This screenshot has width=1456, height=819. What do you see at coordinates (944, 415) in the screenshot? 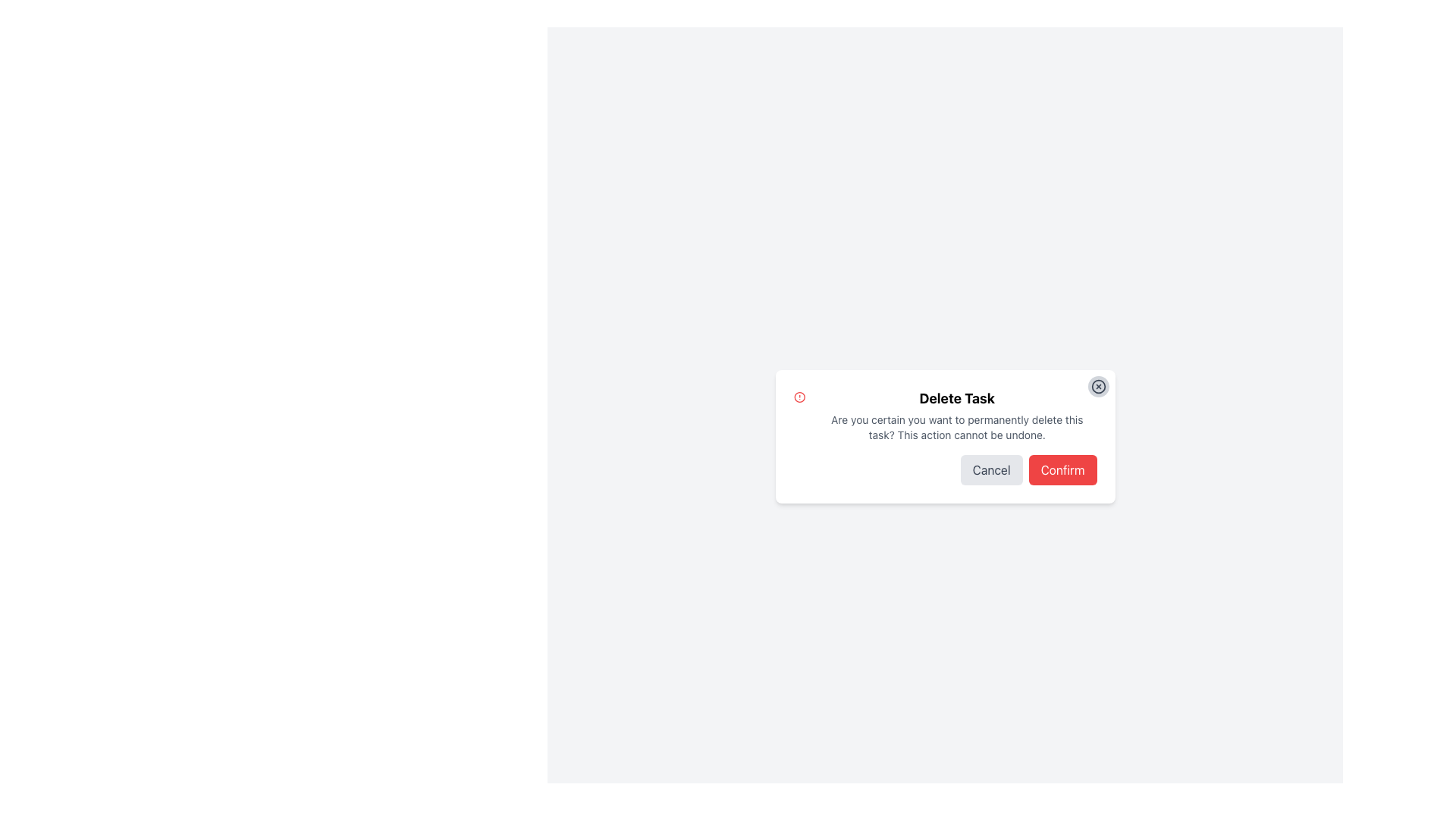
I see `information from the text block titled 'Delete Task', which contains the message 'Are you certain you want to permanently delete this task? This action cannot be undone.'` at bounding box center [944, 415].